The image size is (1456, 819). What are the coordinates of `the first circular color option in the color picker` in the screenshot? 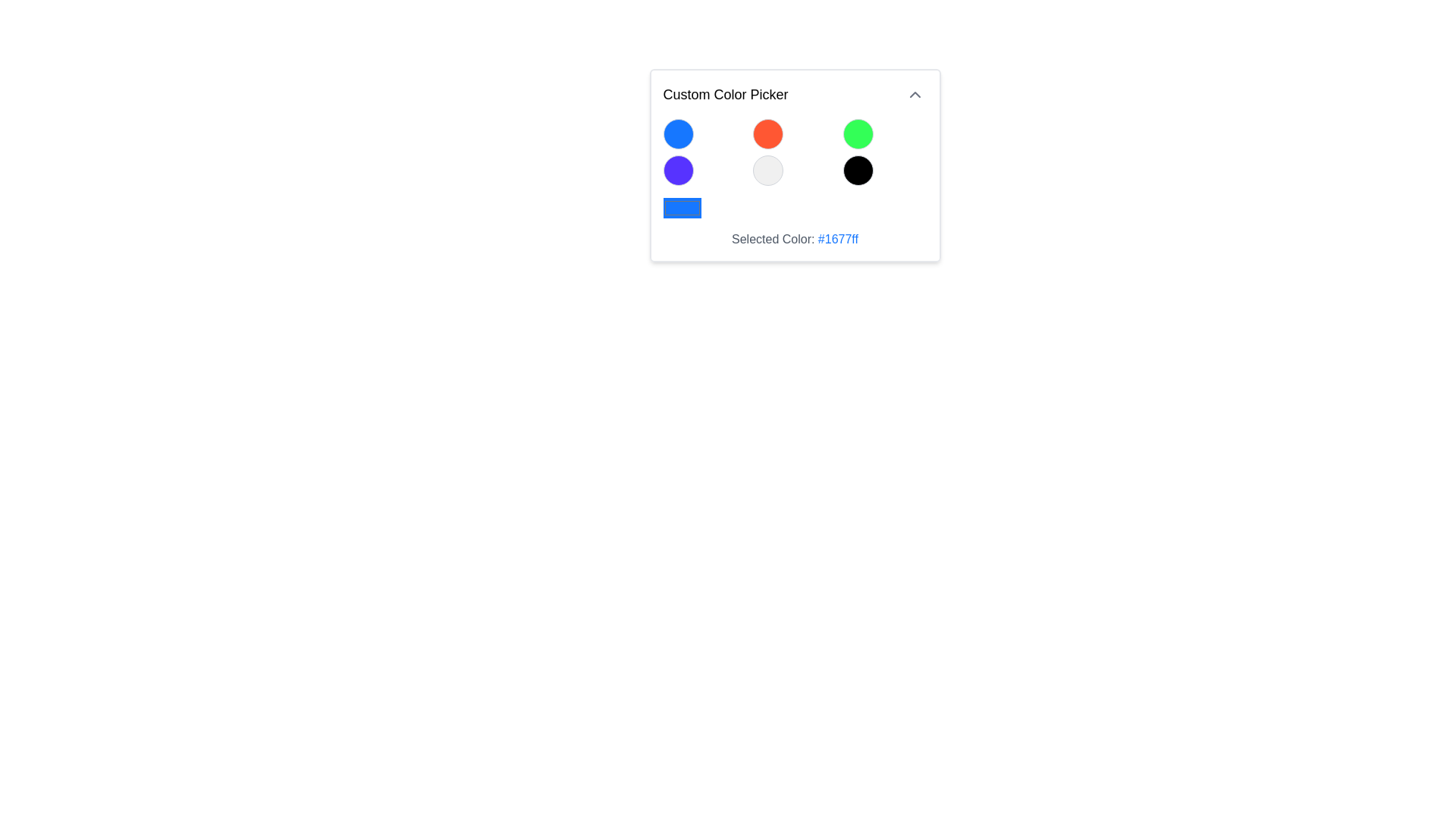 It's located at (677, 133).